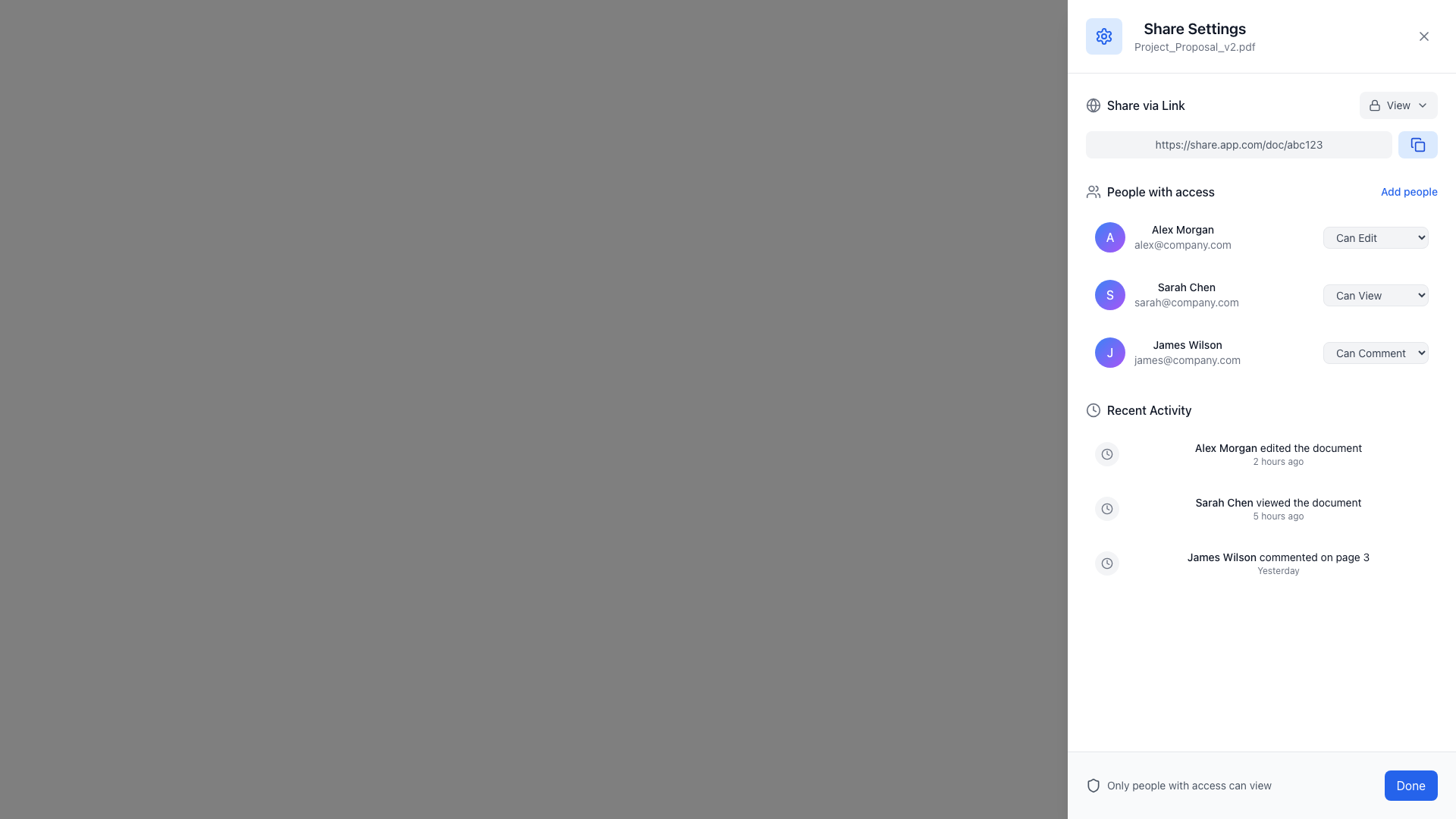 This screenshot has height=819, width=1456. I want to click on the 'Can Comment' dropdown menu located to the right of 'james@company.com' in the 'People with access' list, so click(1376, 353).